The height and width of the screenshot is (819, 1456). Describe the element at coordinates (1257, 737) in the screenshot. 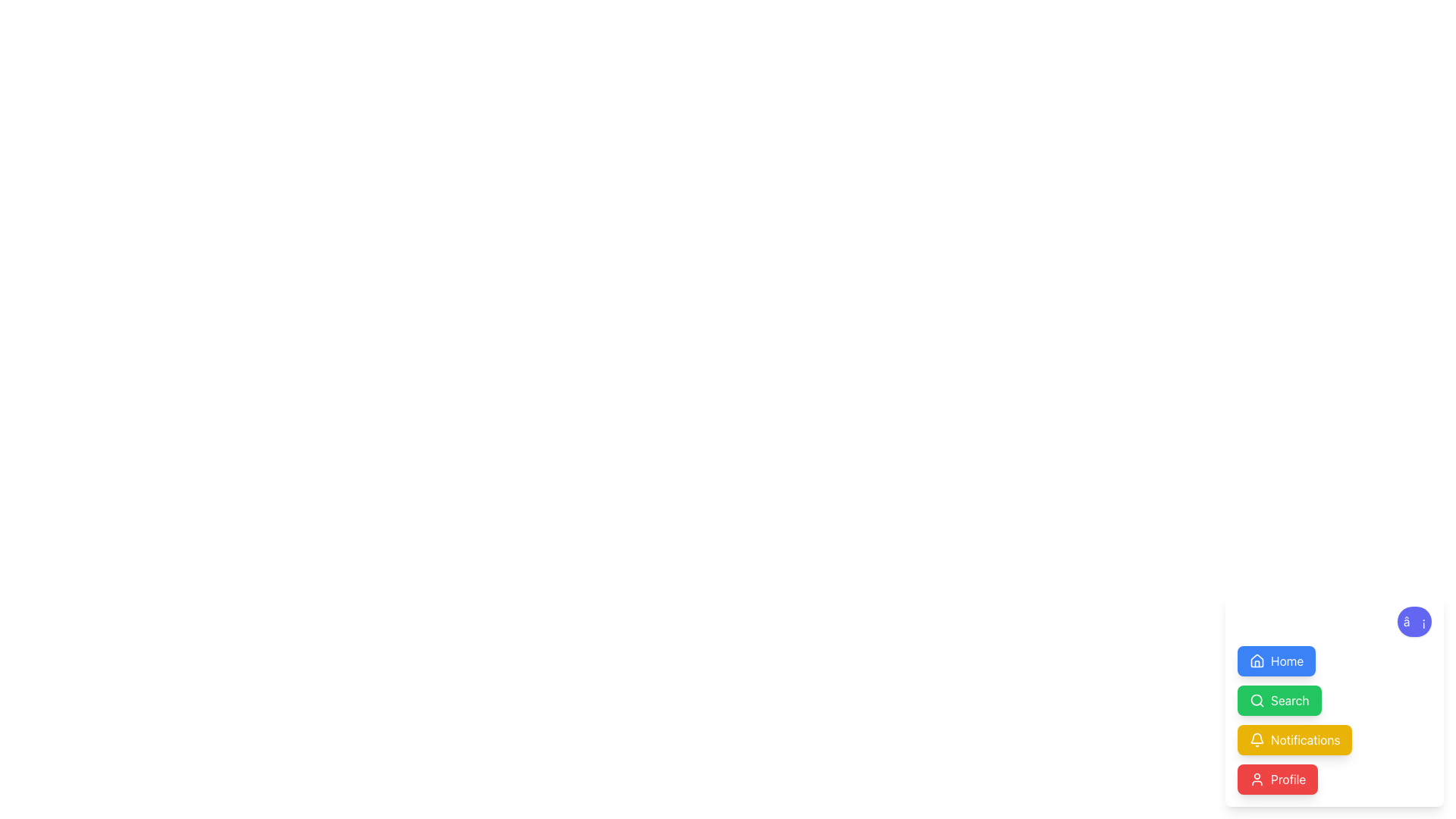

I see `the upper portion of the bell icon located in the bottom-right section of the interface, near the Notifications button in a vertical menu of options` at that location.